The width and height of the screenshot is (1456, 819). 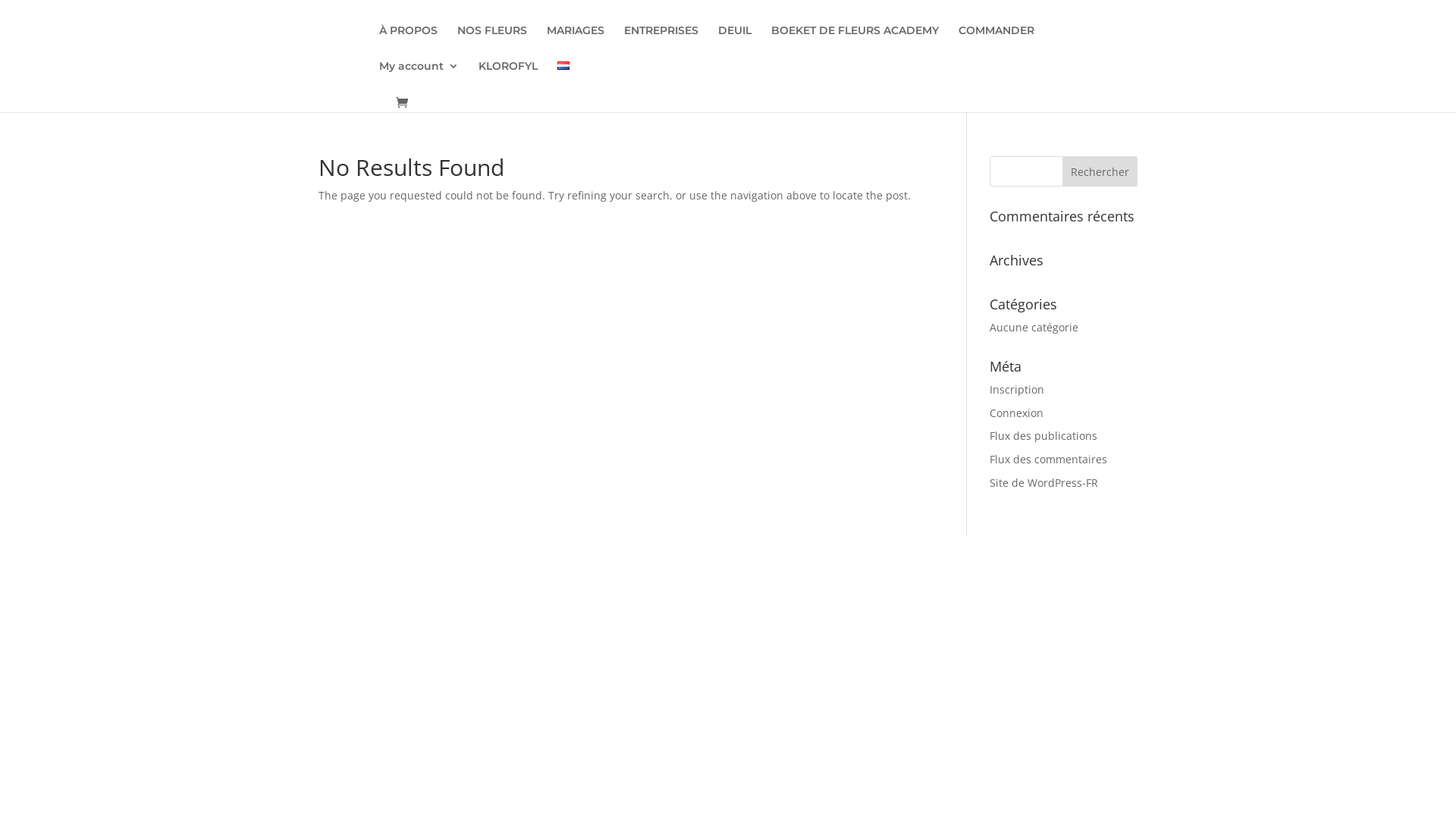 What do you see at coordinates (1100, 171) in the screenshot?
I see `'Rechercher'` at bounding box center [1100, 171].